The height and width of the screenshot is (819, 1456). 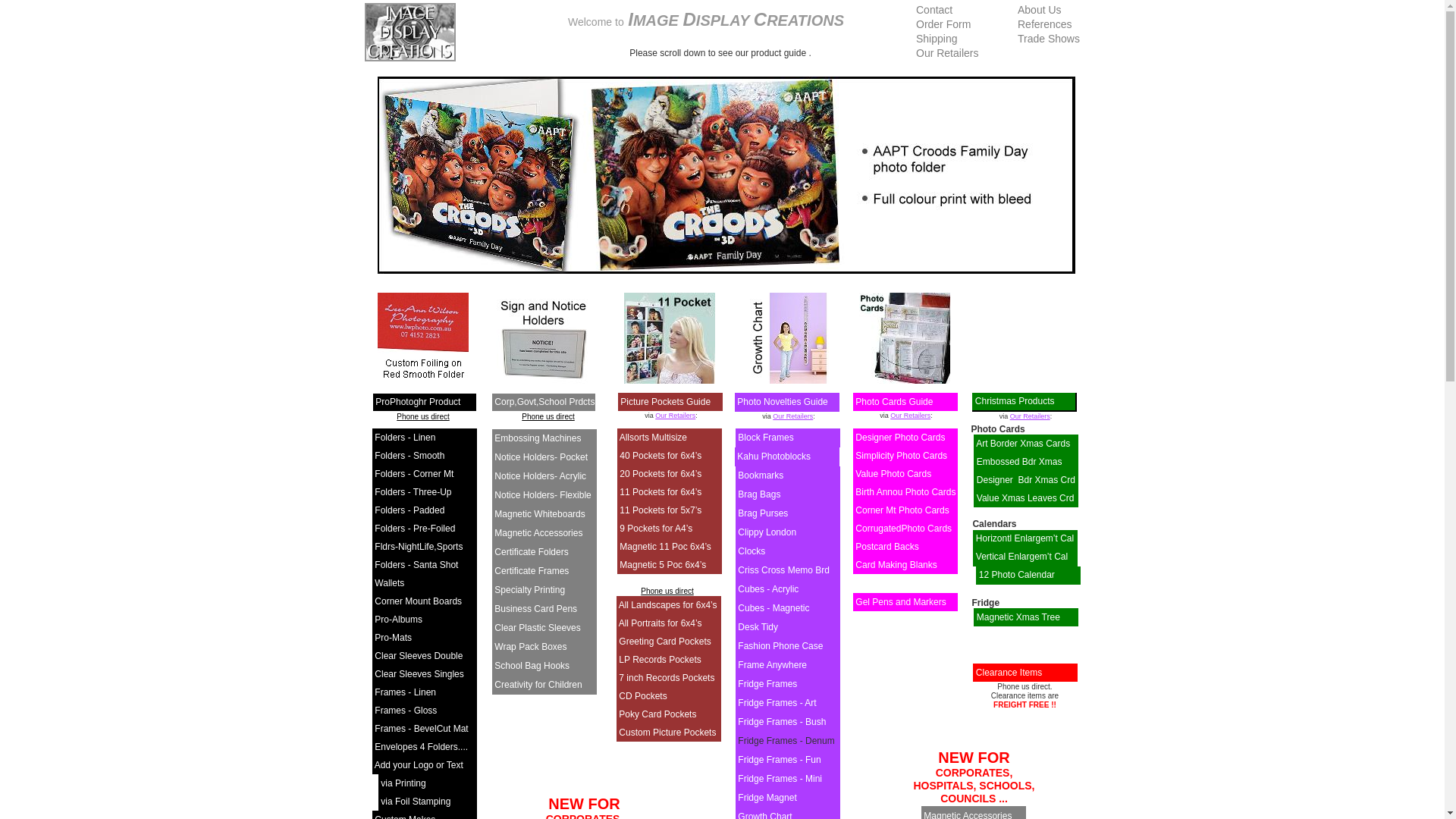 I want to click on 'Criss Cross Memo Brd', so click(x=783, y=570).